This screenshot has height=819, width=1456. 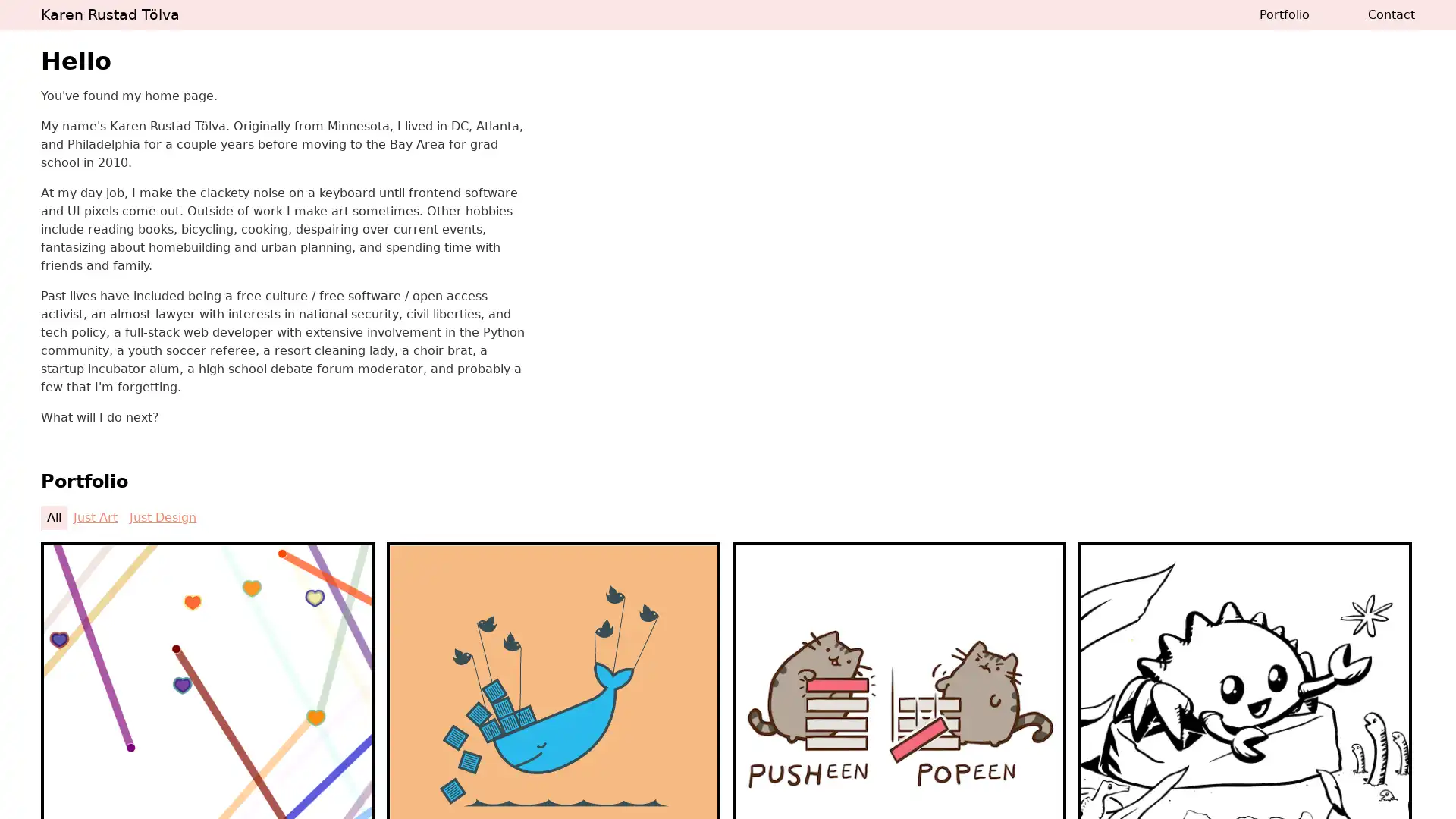 I want to click on Just Art, so click(x=94, y=516).